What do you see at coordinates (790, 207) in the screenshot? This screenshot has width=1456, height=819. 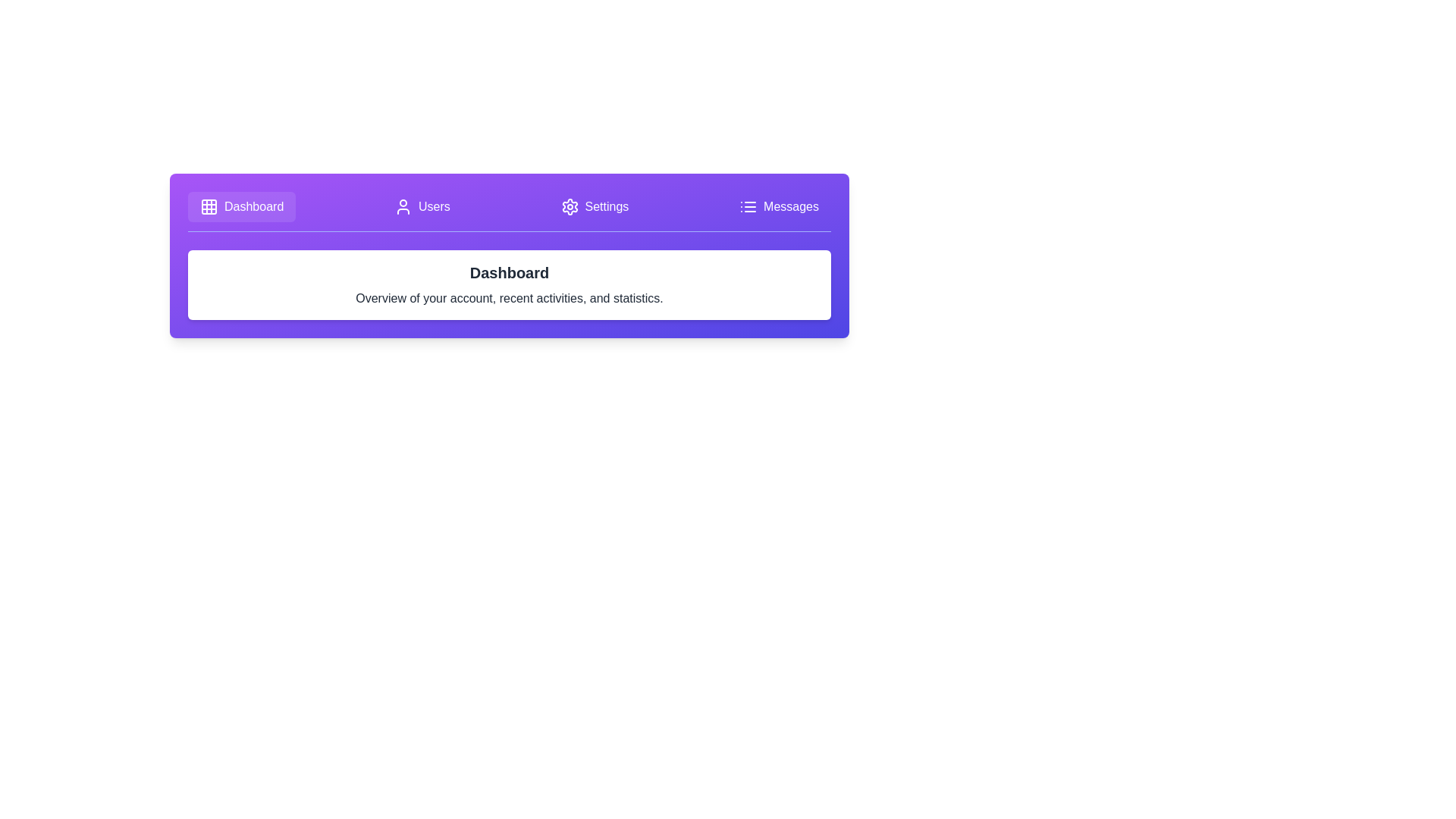 I see `the 'Messages' Text Label located in the navigation bar at the far right corner, adjacent to the list icon for additional visual feedback` at bounding box center [790, 207].